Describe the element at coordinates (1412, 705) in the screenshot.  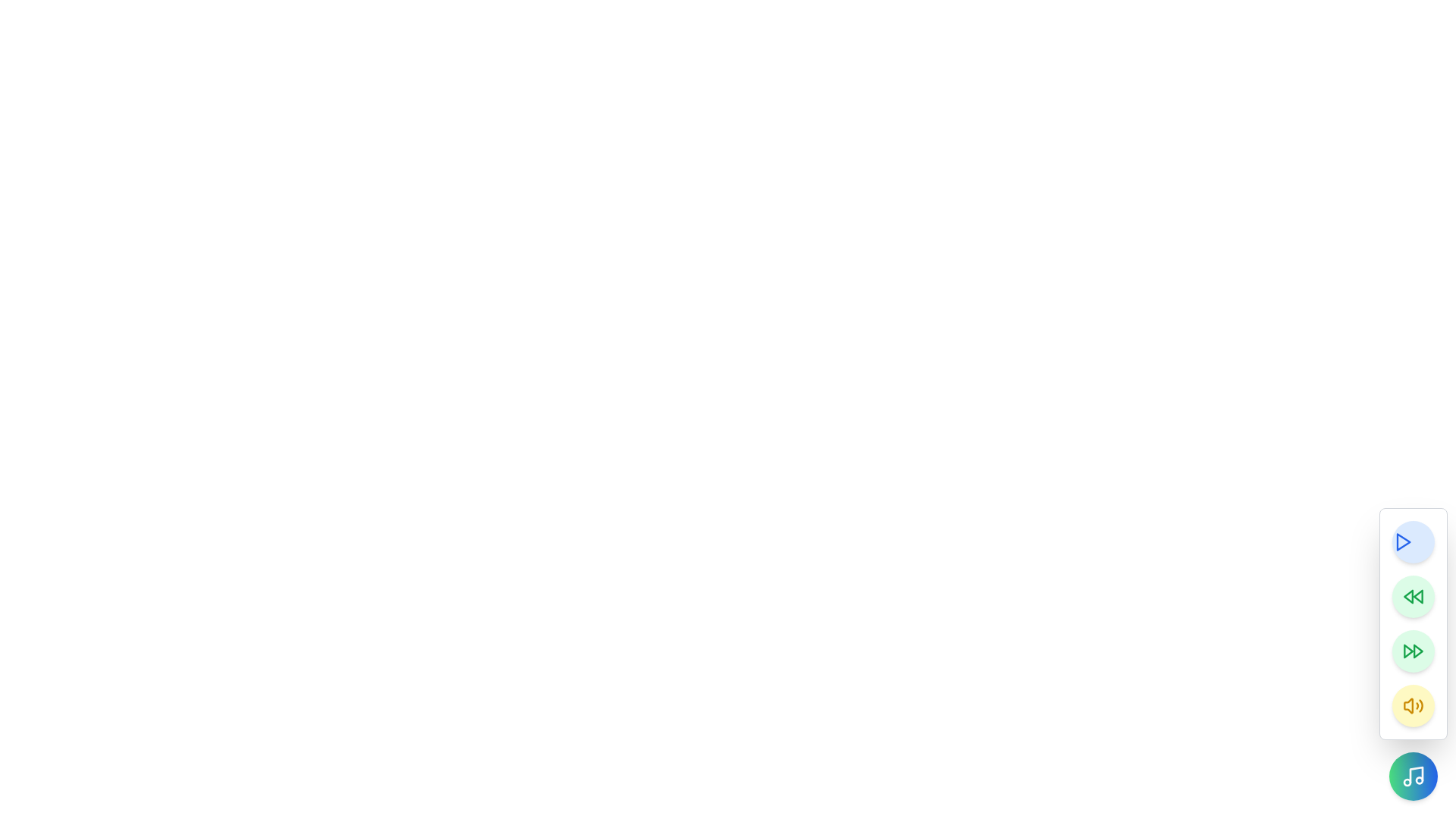
I see `the volume icon, which is a graphical speaker icon with sound waves in a circular button with a yellow background, located in the bottom-right interface area` at that location.